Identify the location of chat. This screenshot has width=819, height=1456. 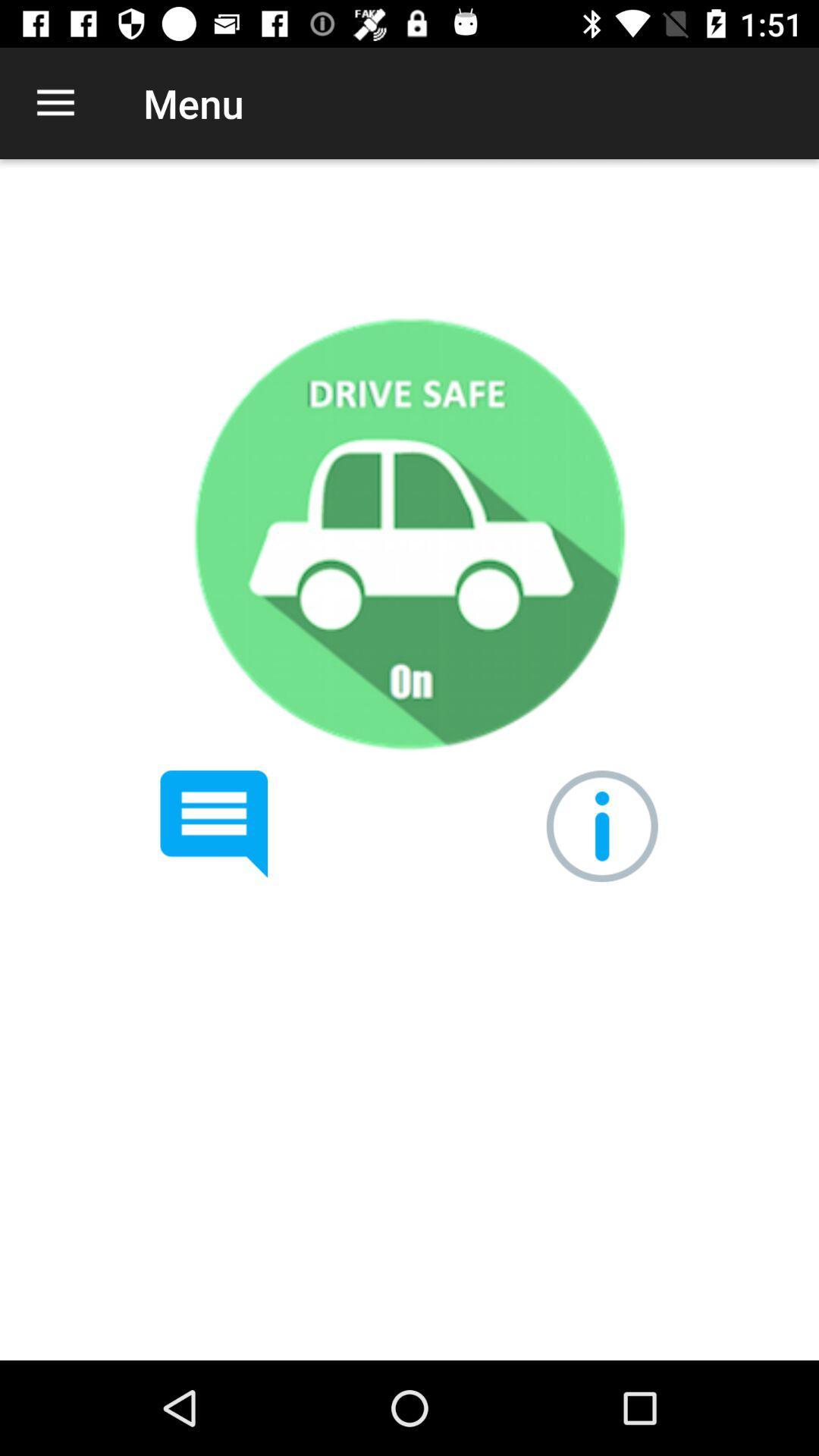
(214, 824).